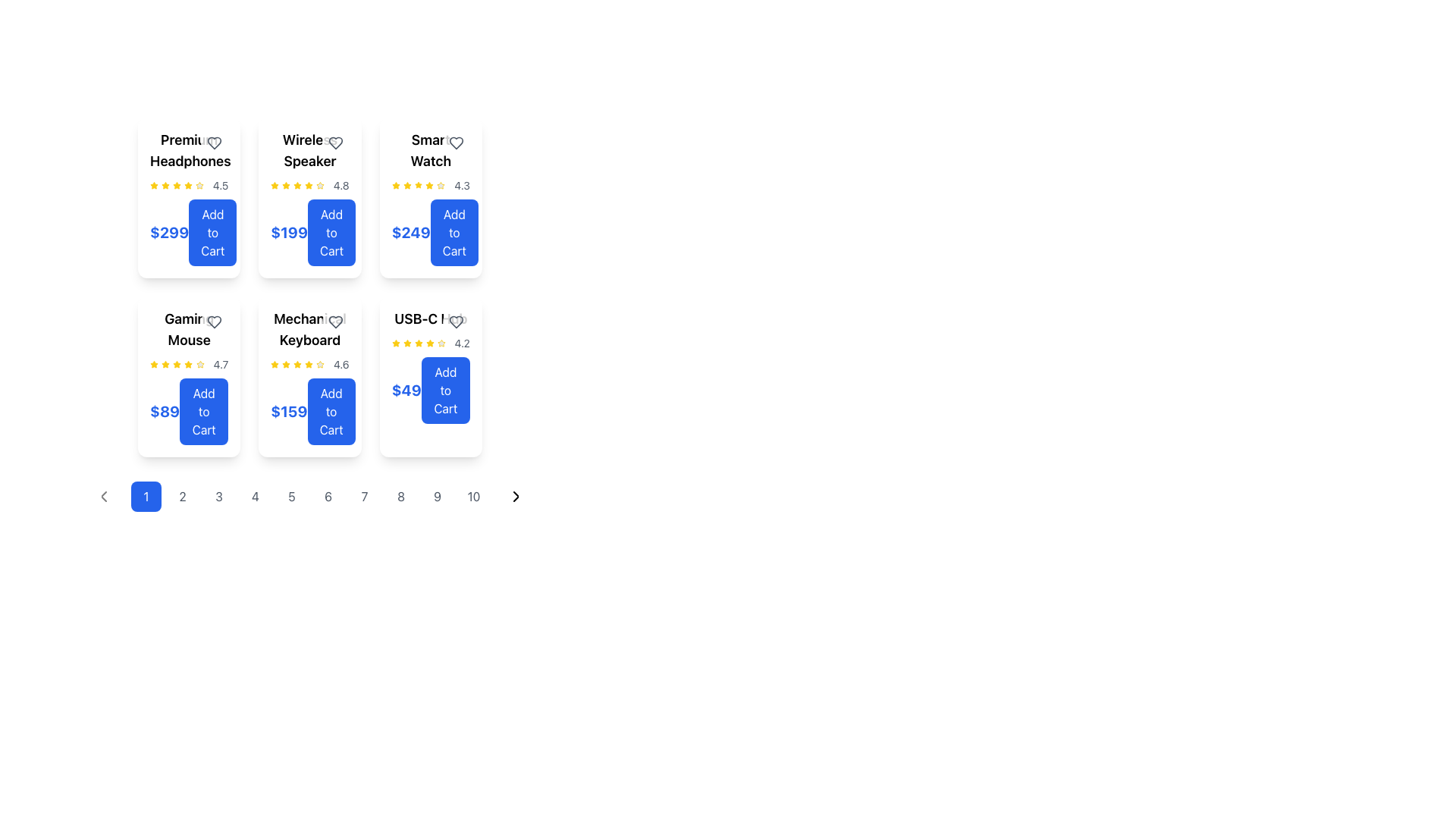 The height and width of the screenshot is (819, 1456). Describe the element at coordinates (187, 185) in the screenshot. I see `the visual representation of the fifth star in the rating bar for the product 'Premium Headphones', which indicates the highest rating level` at that location.